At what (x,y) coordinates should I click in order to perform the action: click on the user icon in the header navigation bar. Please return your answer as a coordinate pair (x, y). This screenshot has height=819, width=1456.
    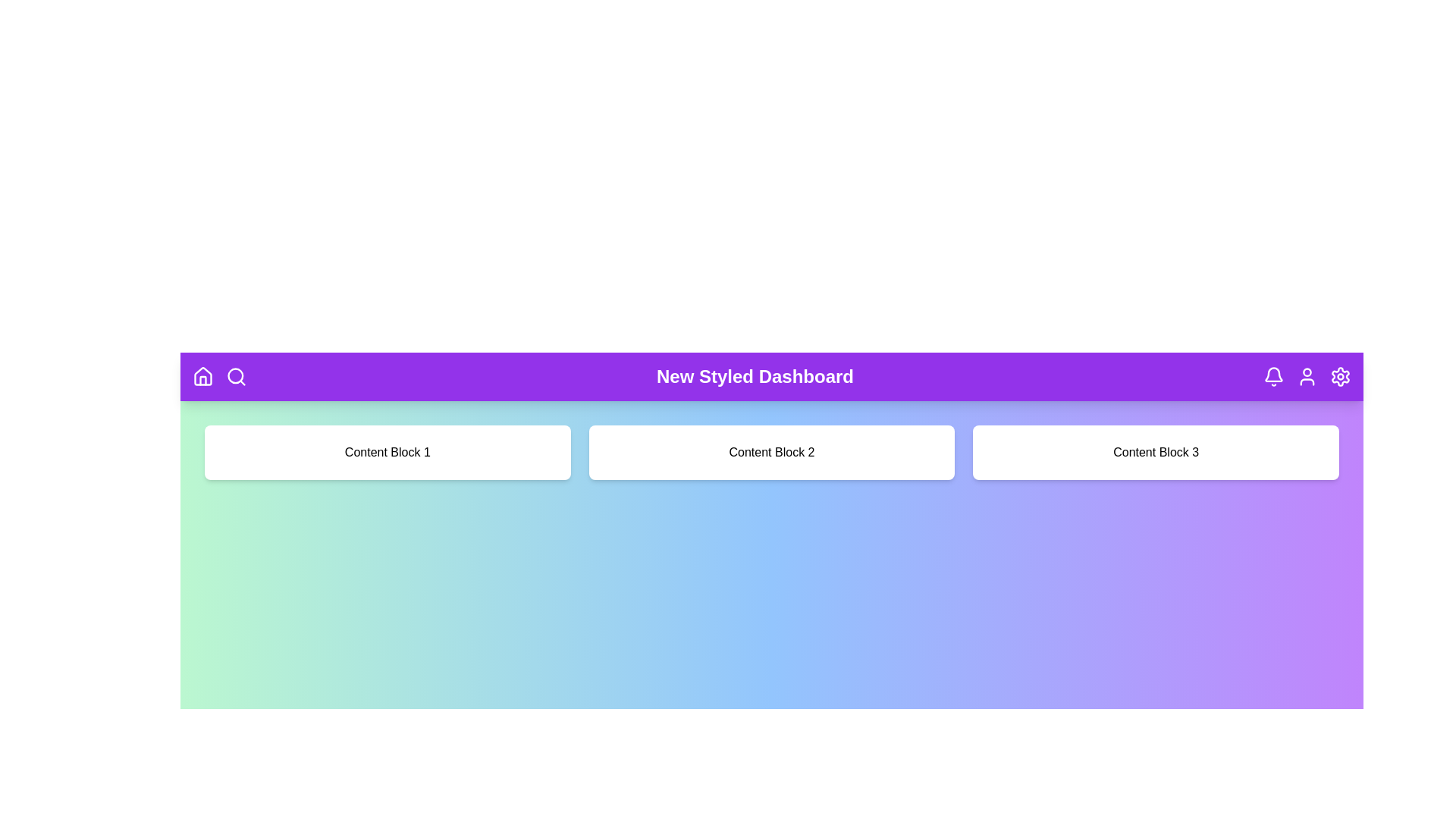
    Looking at the image, I should click on (1306, 376).